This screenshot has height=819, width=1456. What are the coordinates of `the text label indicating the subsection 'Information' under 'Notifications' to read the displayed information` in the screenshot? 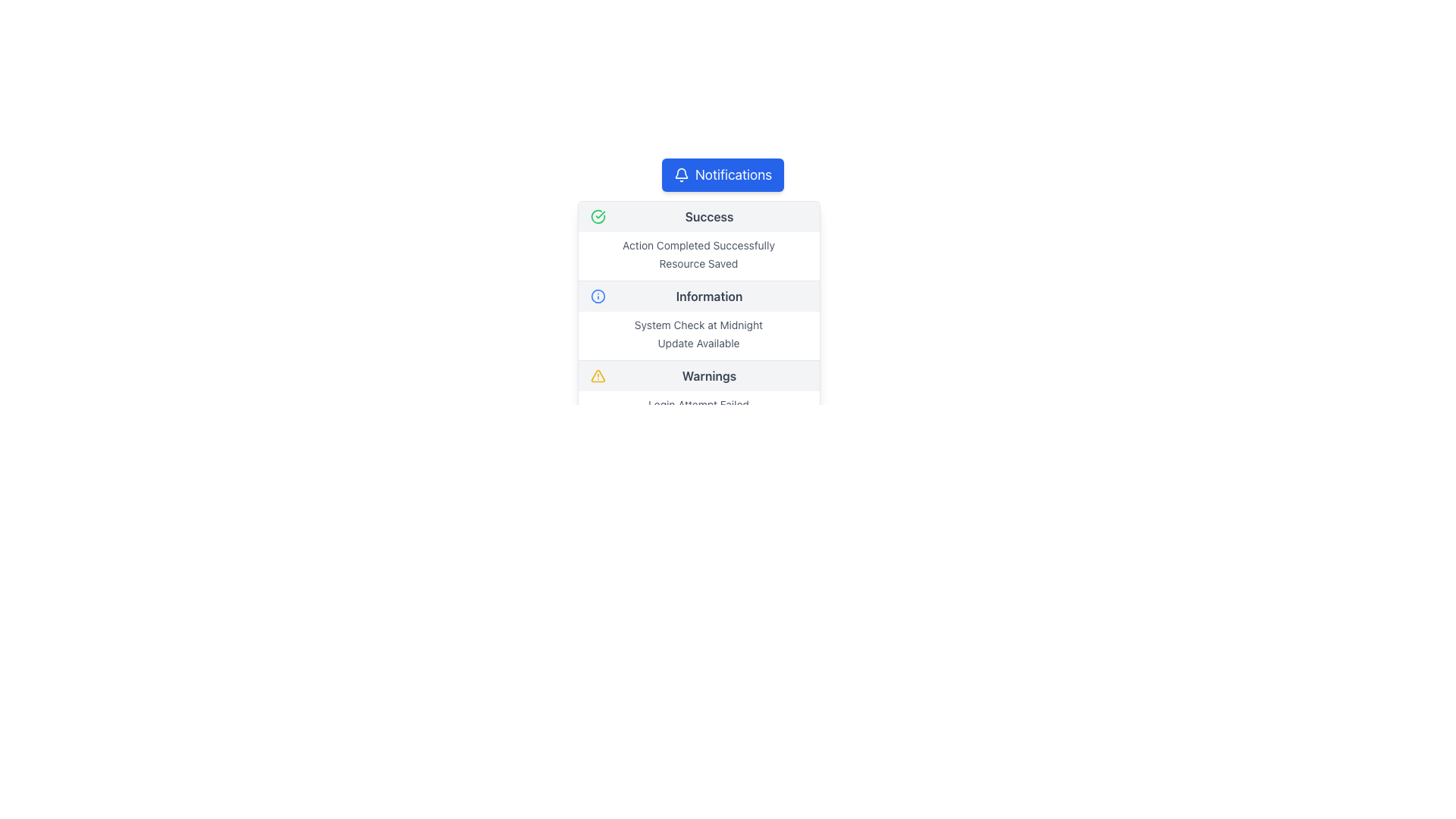 It's located at (708, 296).